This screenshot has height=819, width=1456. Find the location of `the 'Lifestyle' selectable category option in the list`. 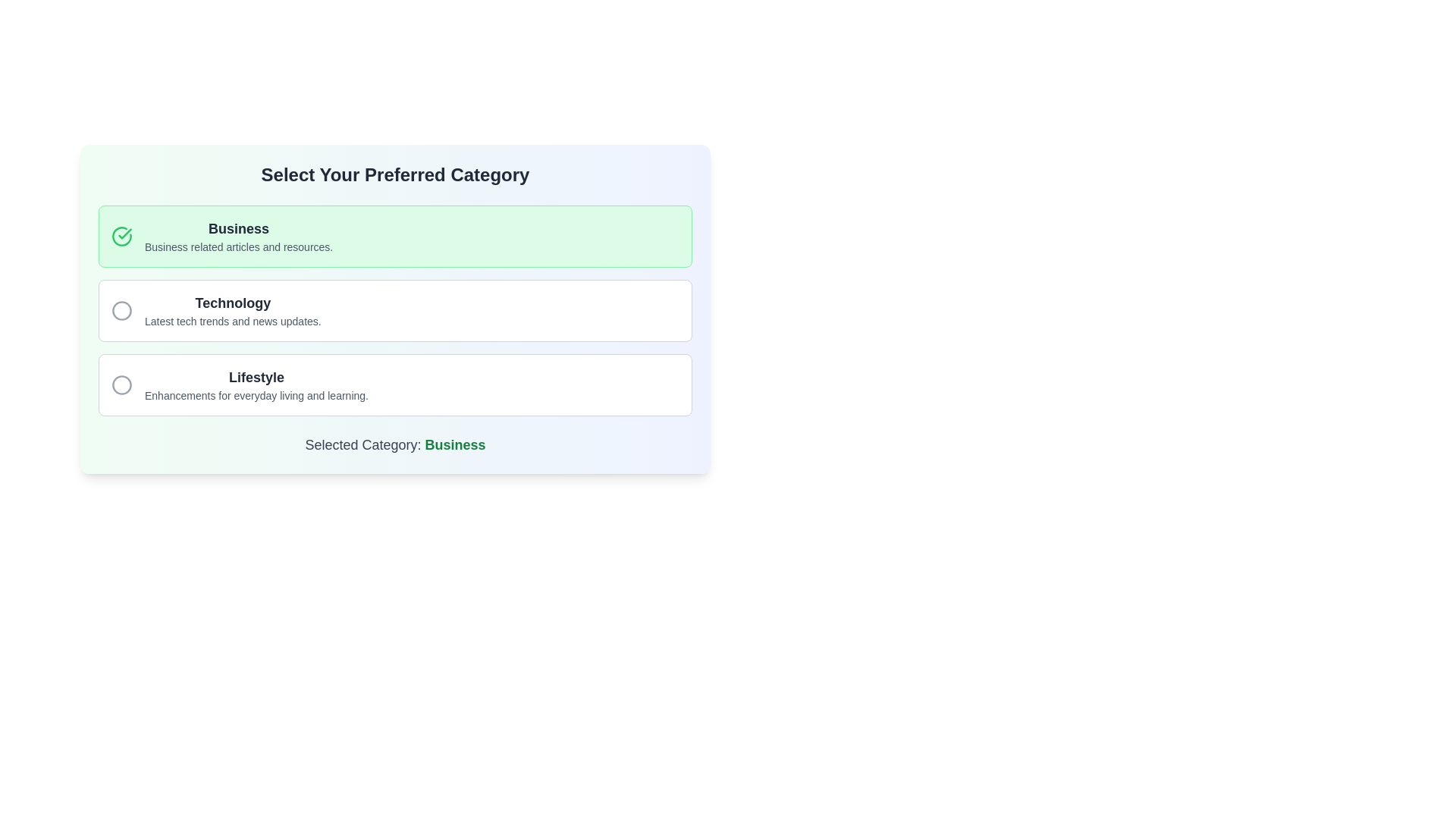

the 'Lifestyle' selectable category option in the list is located at coordinates (395, 384).